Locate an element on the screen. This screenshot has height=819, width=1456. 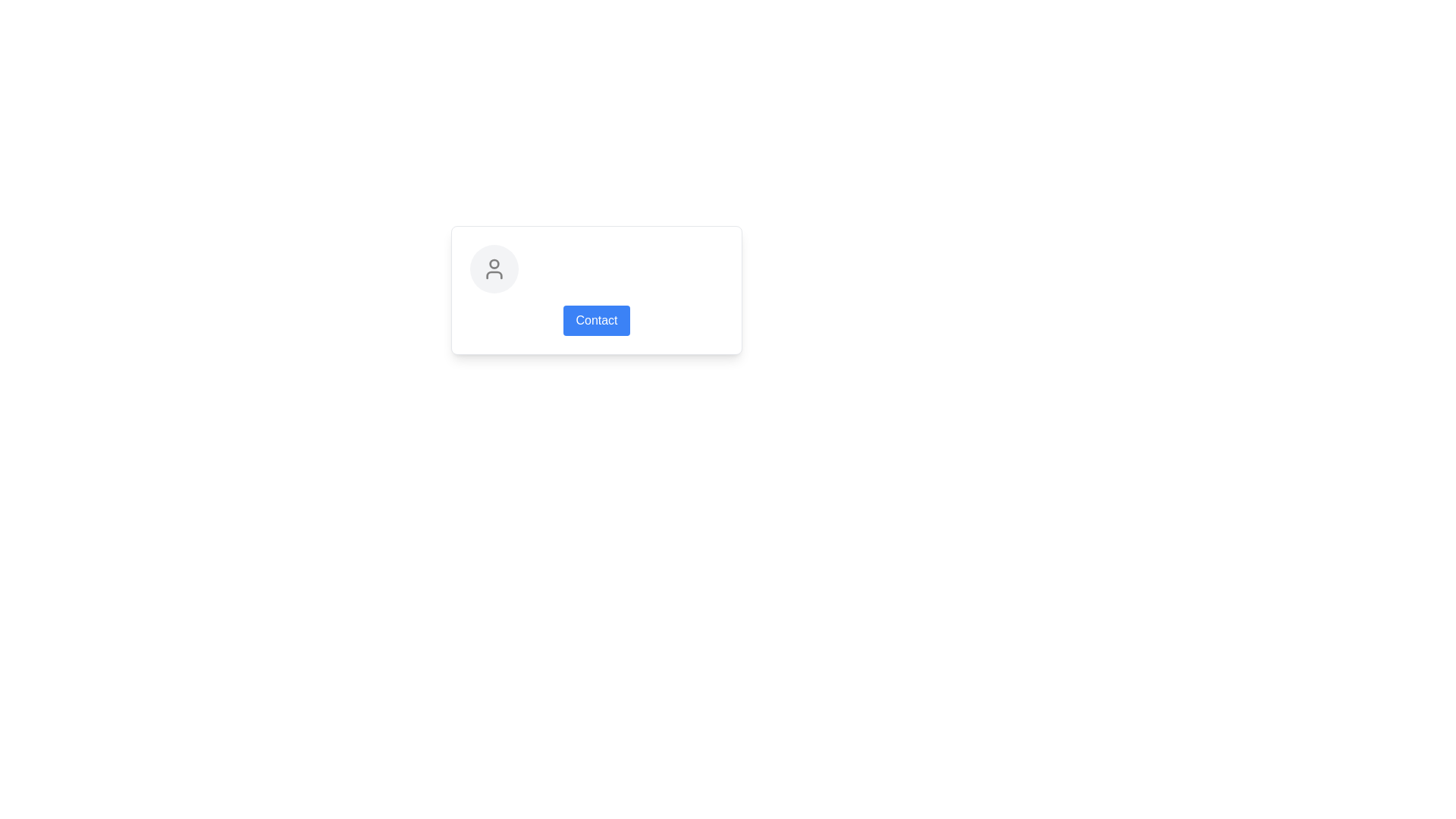
the circular element representing the head in the user profile icon, which is part of an SVG located within a card-like component is located at coordinates (494, 262).